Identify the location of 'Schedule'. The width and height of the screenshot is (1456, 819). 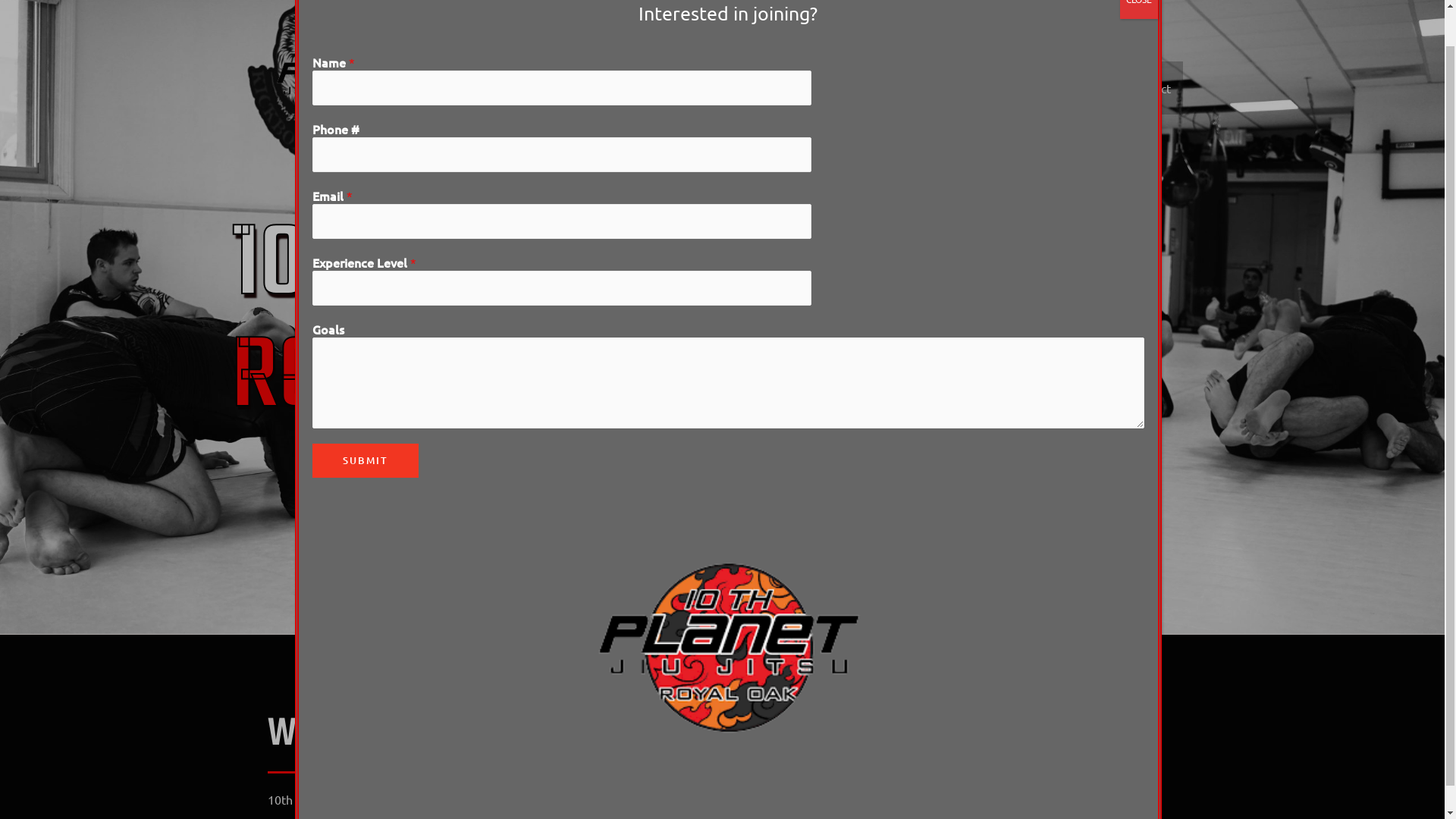
(1079, 87).